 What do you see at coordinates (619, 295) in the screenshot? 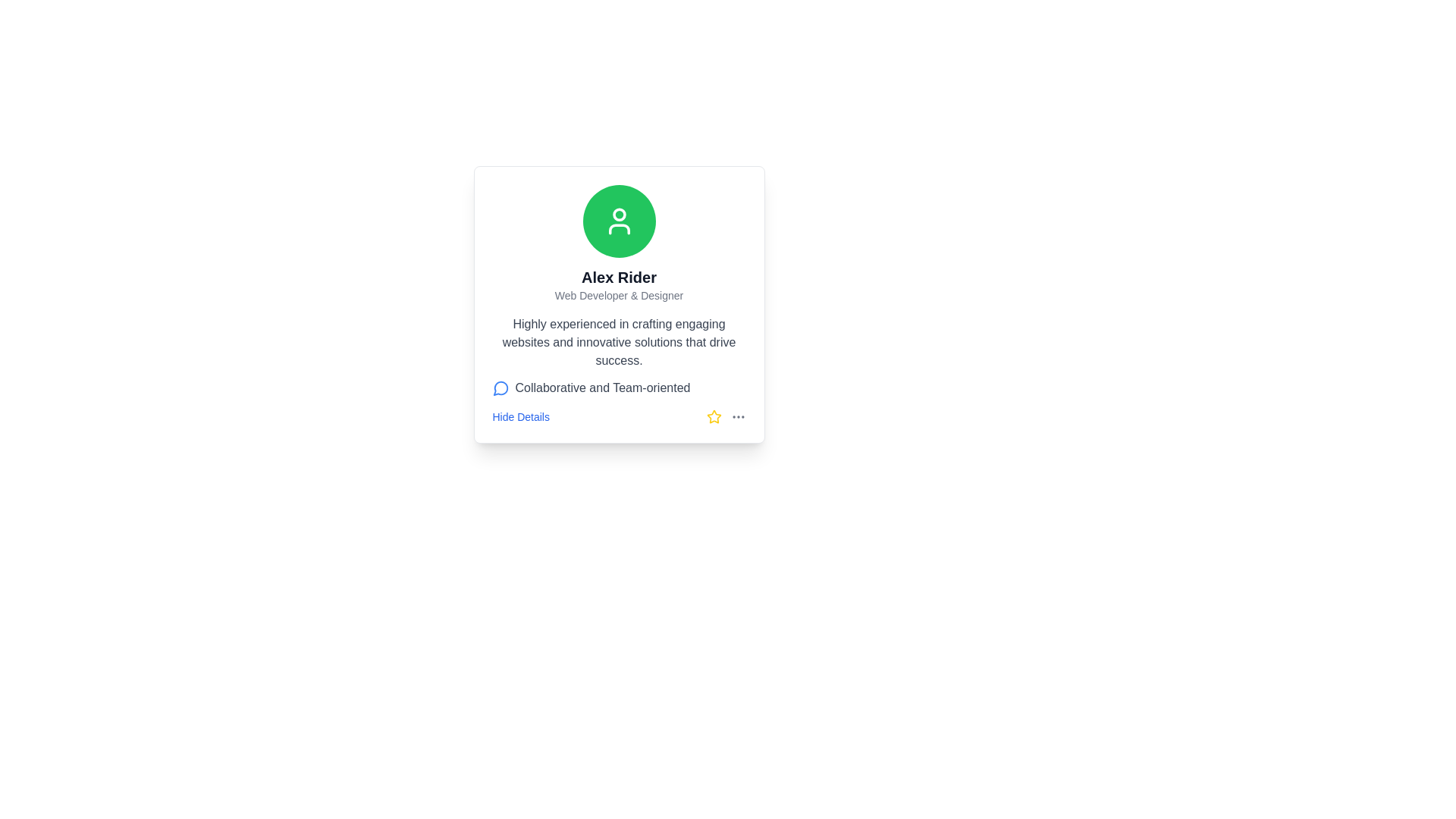
I see `textual content of the label that displays 'Web Developer & Designer', which is located below the name 'Alex Rider' in the user profile card layout` at bounding box center [619, 295].